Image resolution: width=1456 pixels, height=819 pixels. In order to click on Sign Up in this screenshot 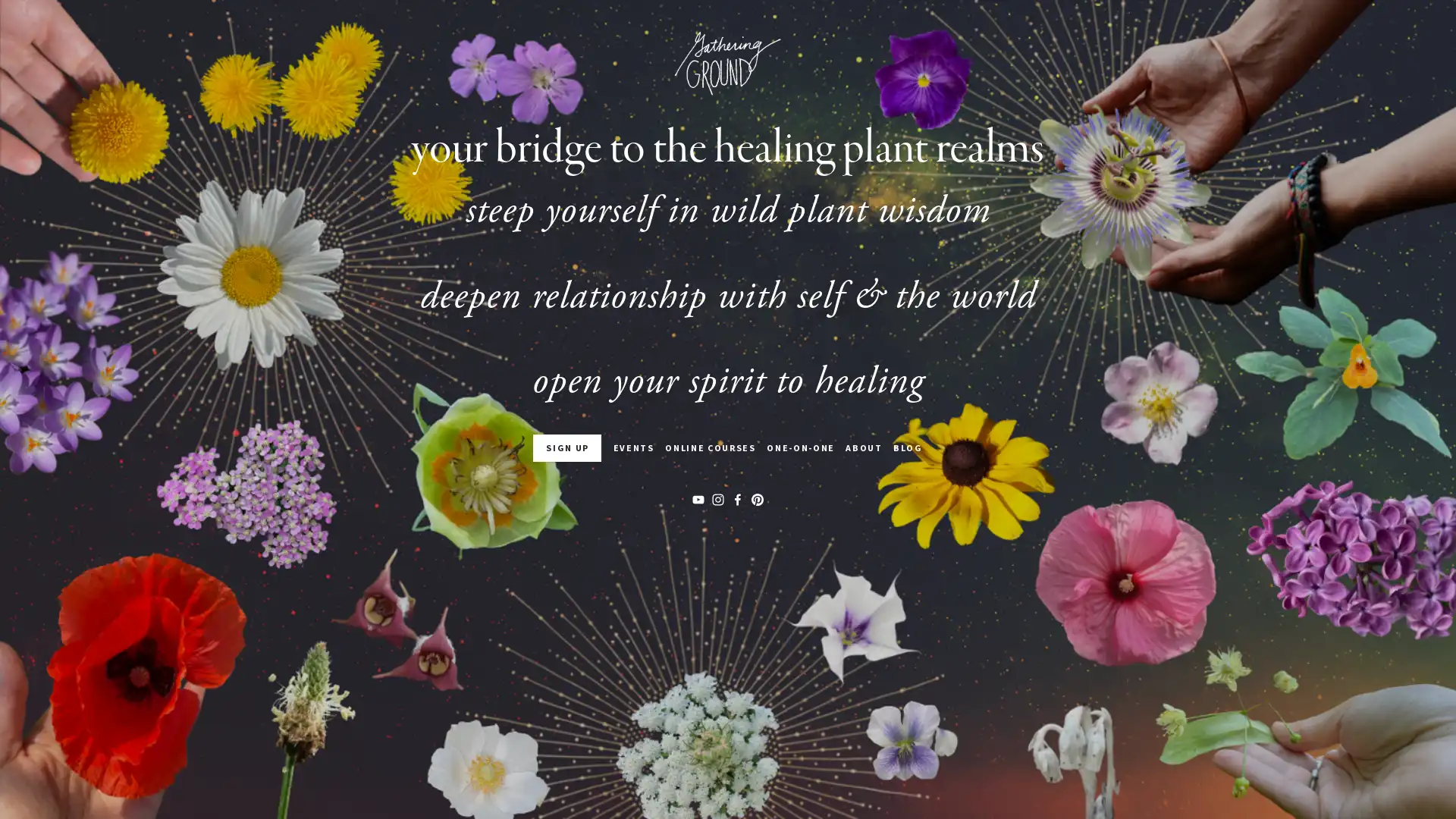, I will do `click(826, 584)`.